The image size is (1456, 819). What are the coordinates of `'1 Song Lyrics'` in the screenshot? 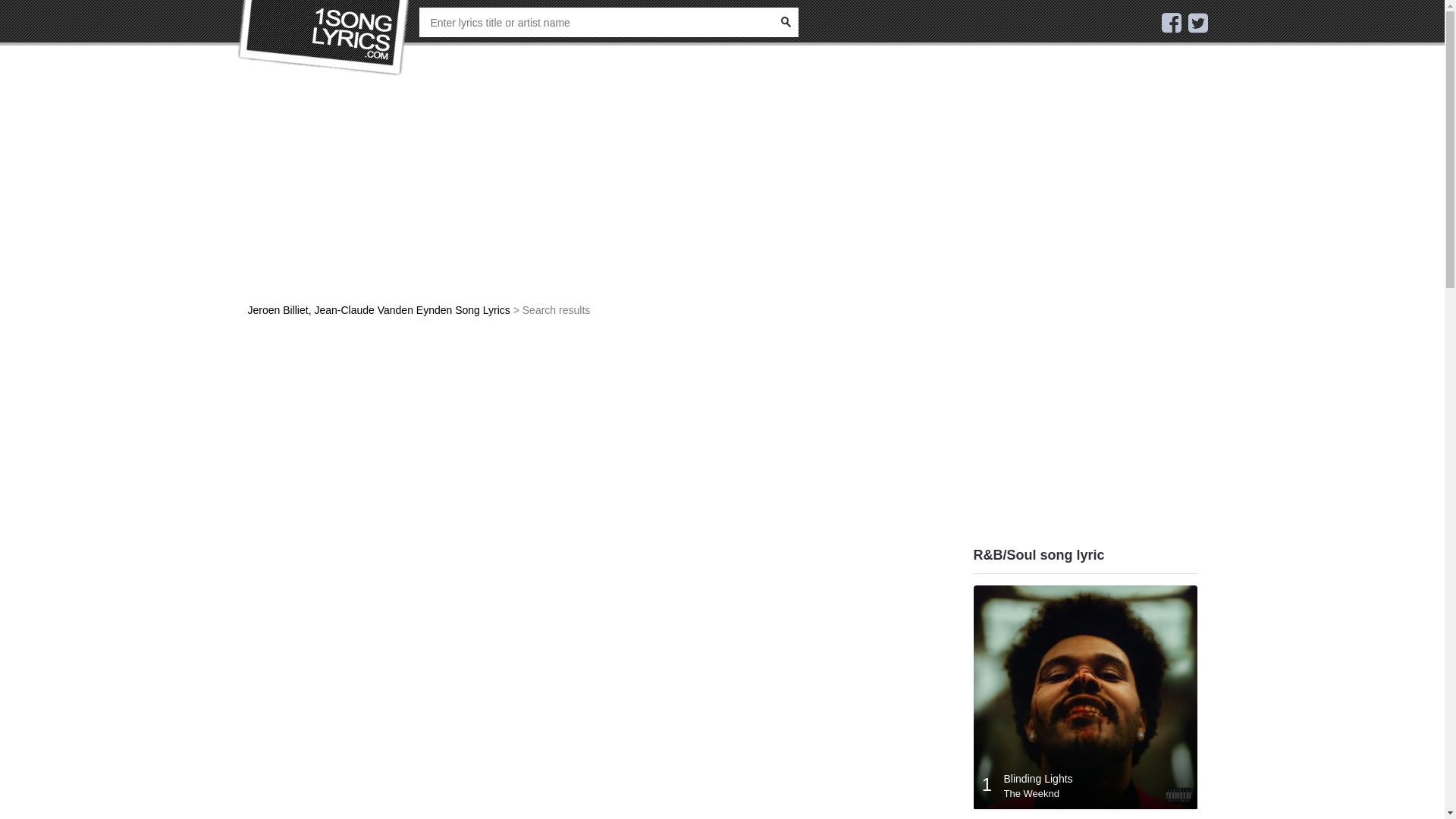 It's located at (323, 37).